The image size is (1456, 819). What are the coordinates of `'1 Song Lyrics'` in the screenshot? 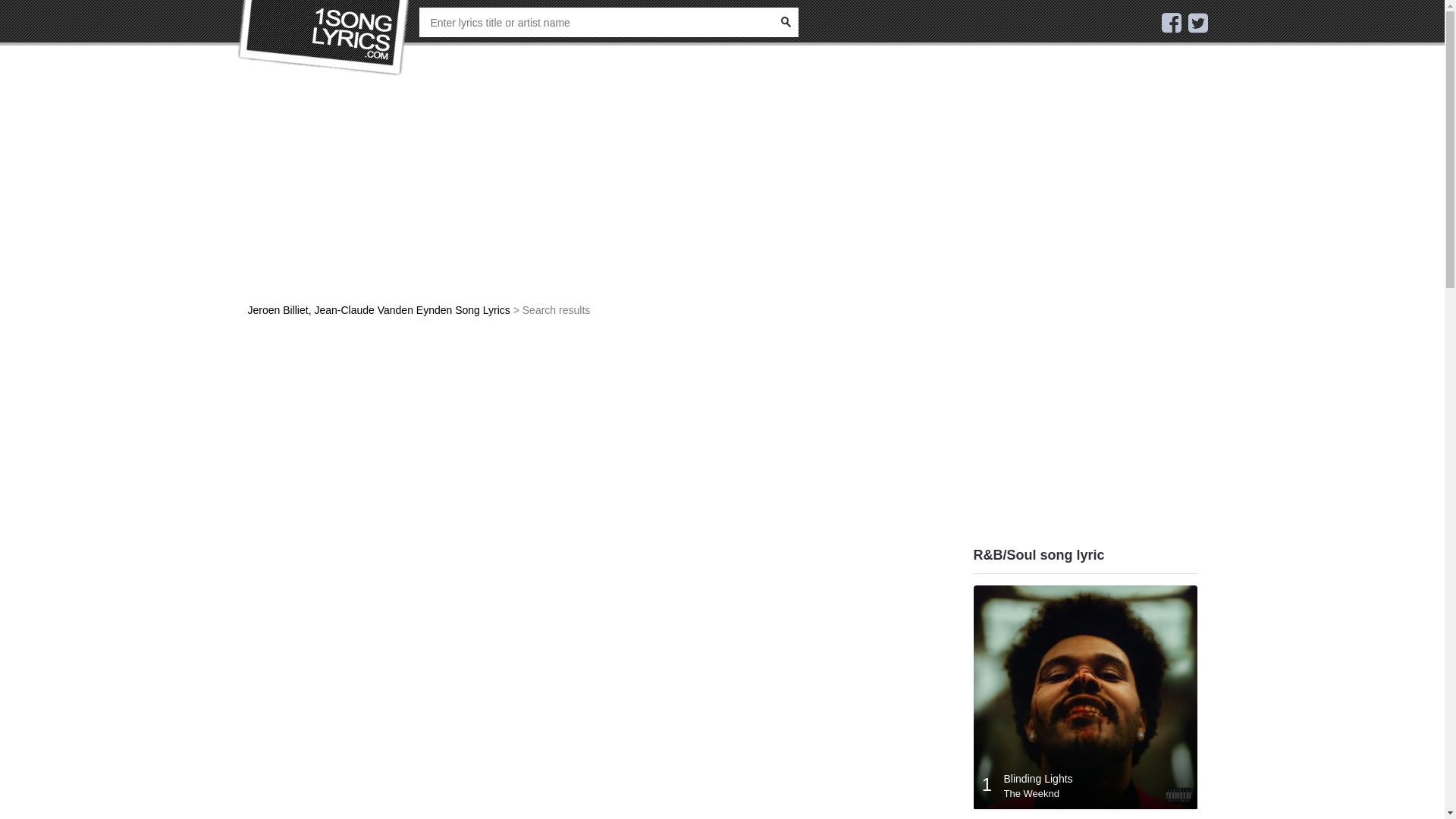 It's located at (323, 37).